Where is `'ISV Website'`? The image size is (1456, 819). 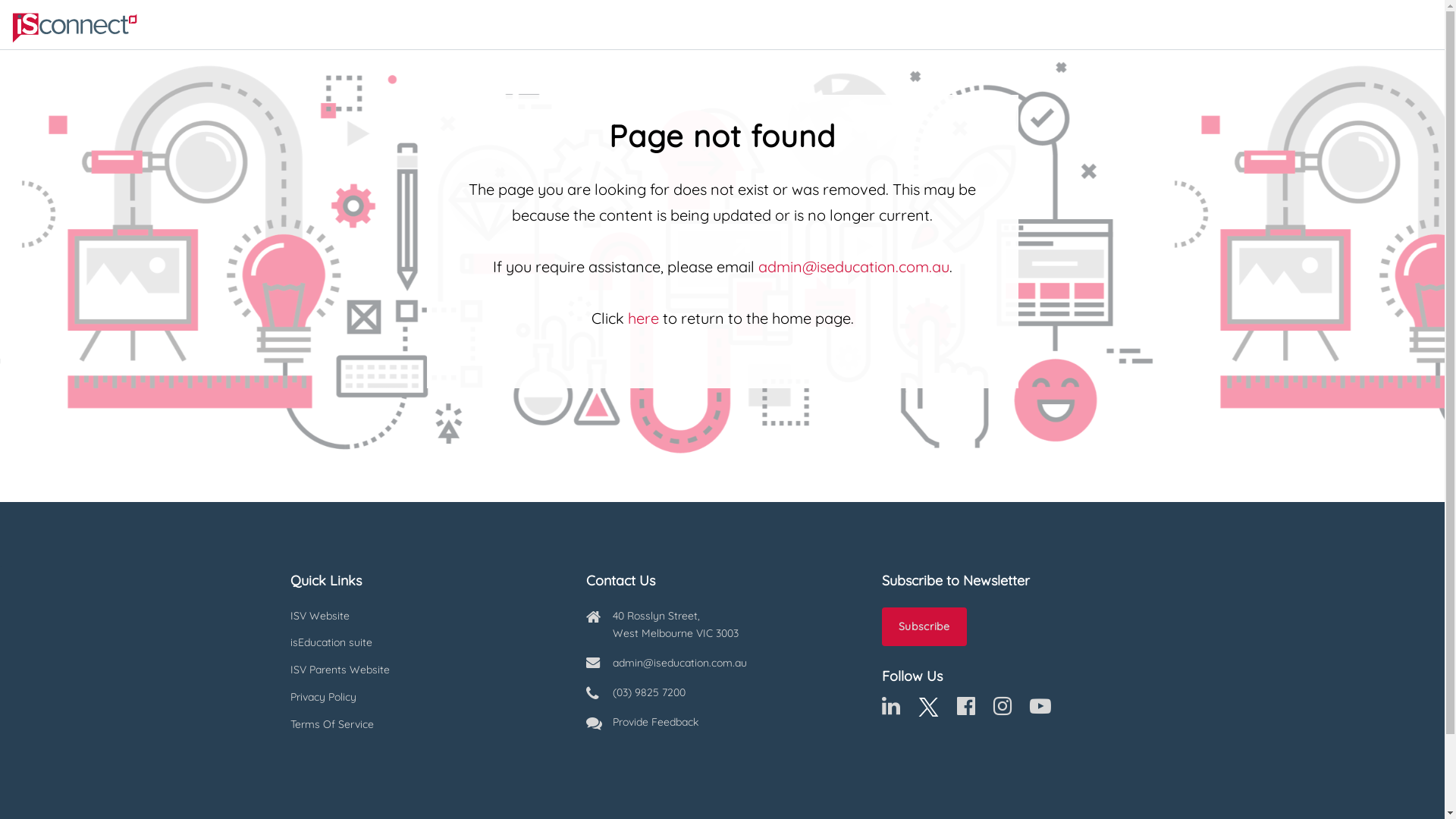 'ISV Website' is located at coordinates (425, 617).